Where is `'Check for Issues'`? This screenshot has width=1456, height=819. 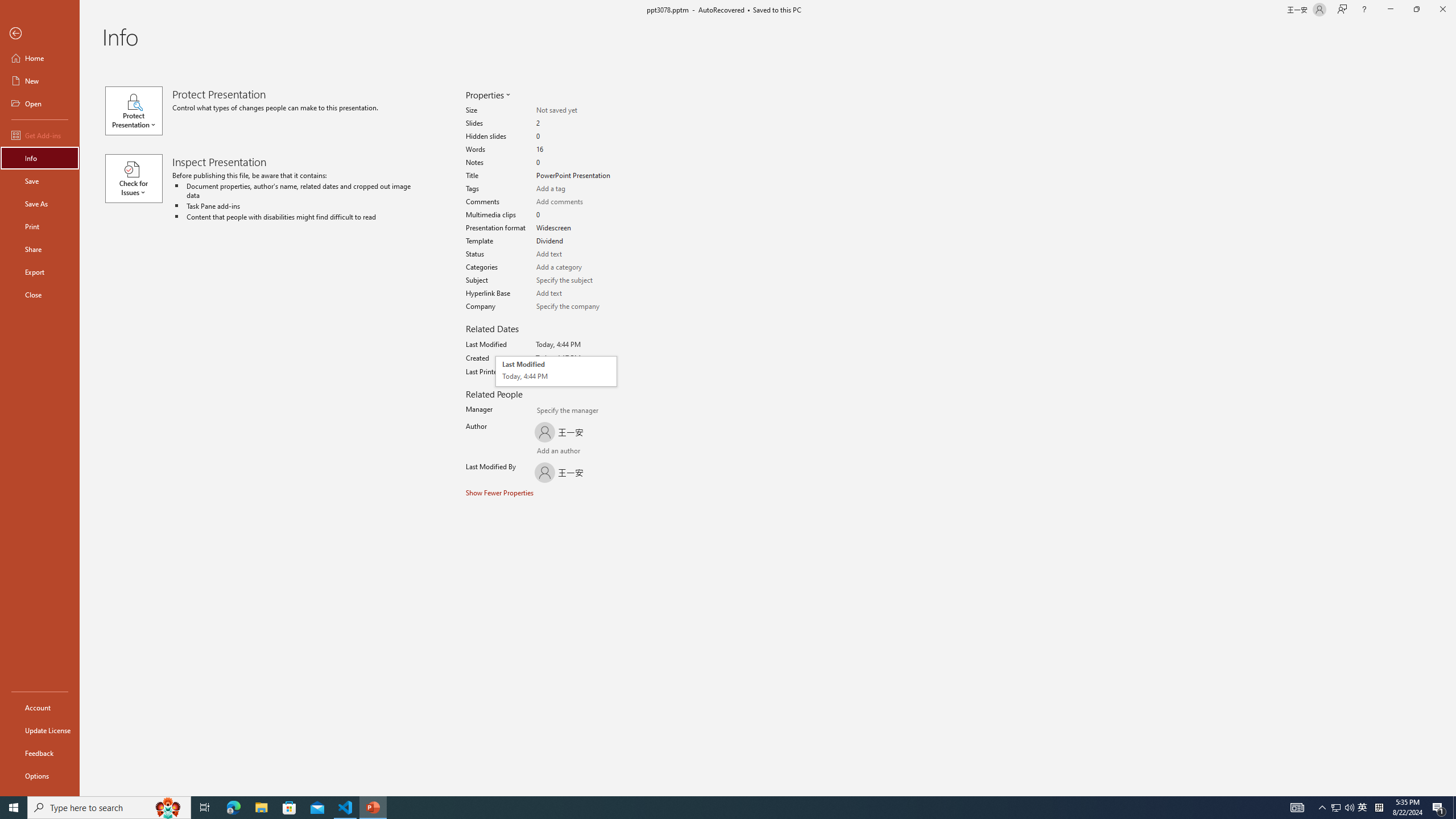 'Check for Issues' is located at coordinates (138, 178).